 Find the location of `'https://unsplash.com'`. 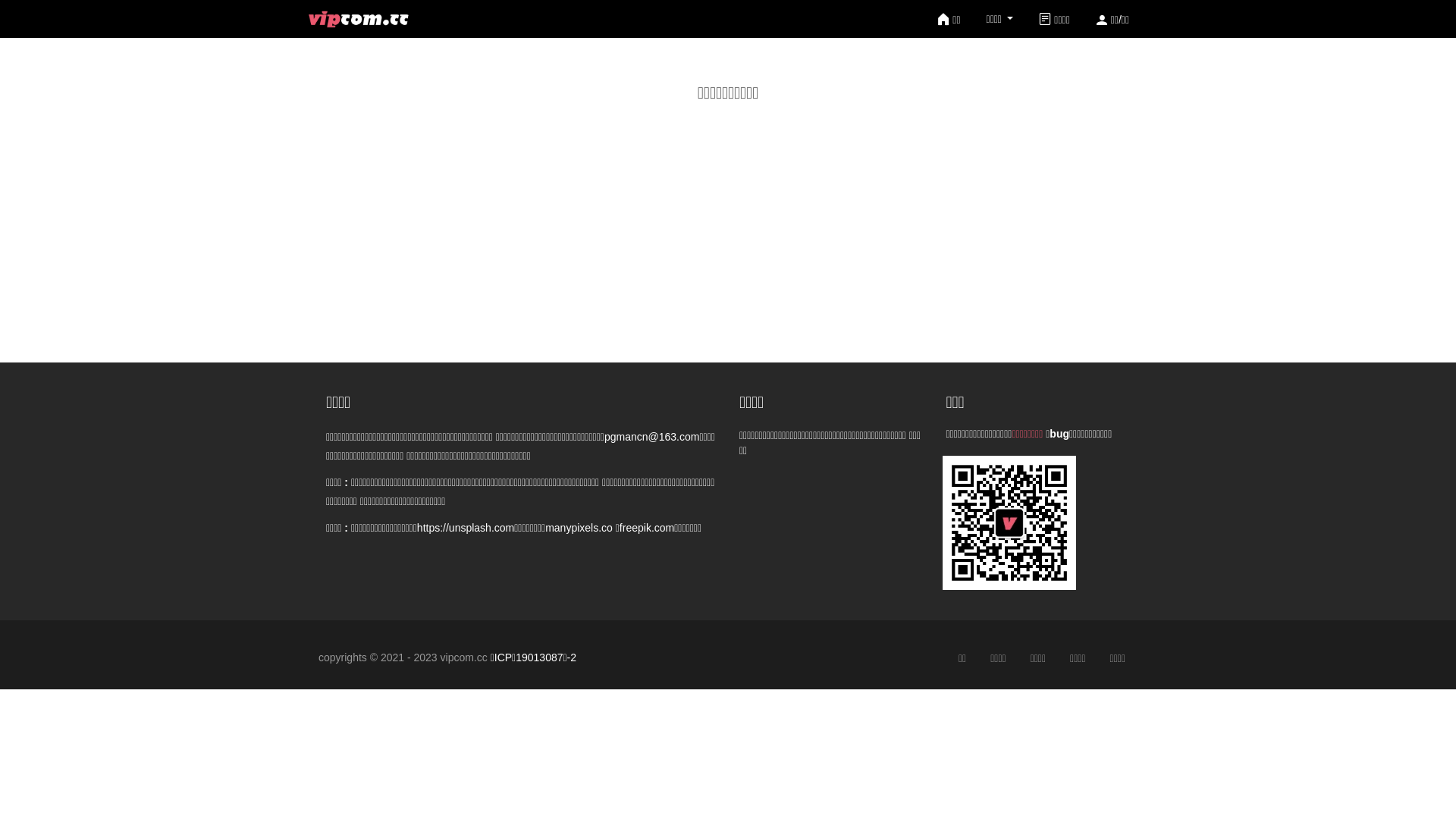

'https://unsplash.com' is located at coordinates (417, 526).